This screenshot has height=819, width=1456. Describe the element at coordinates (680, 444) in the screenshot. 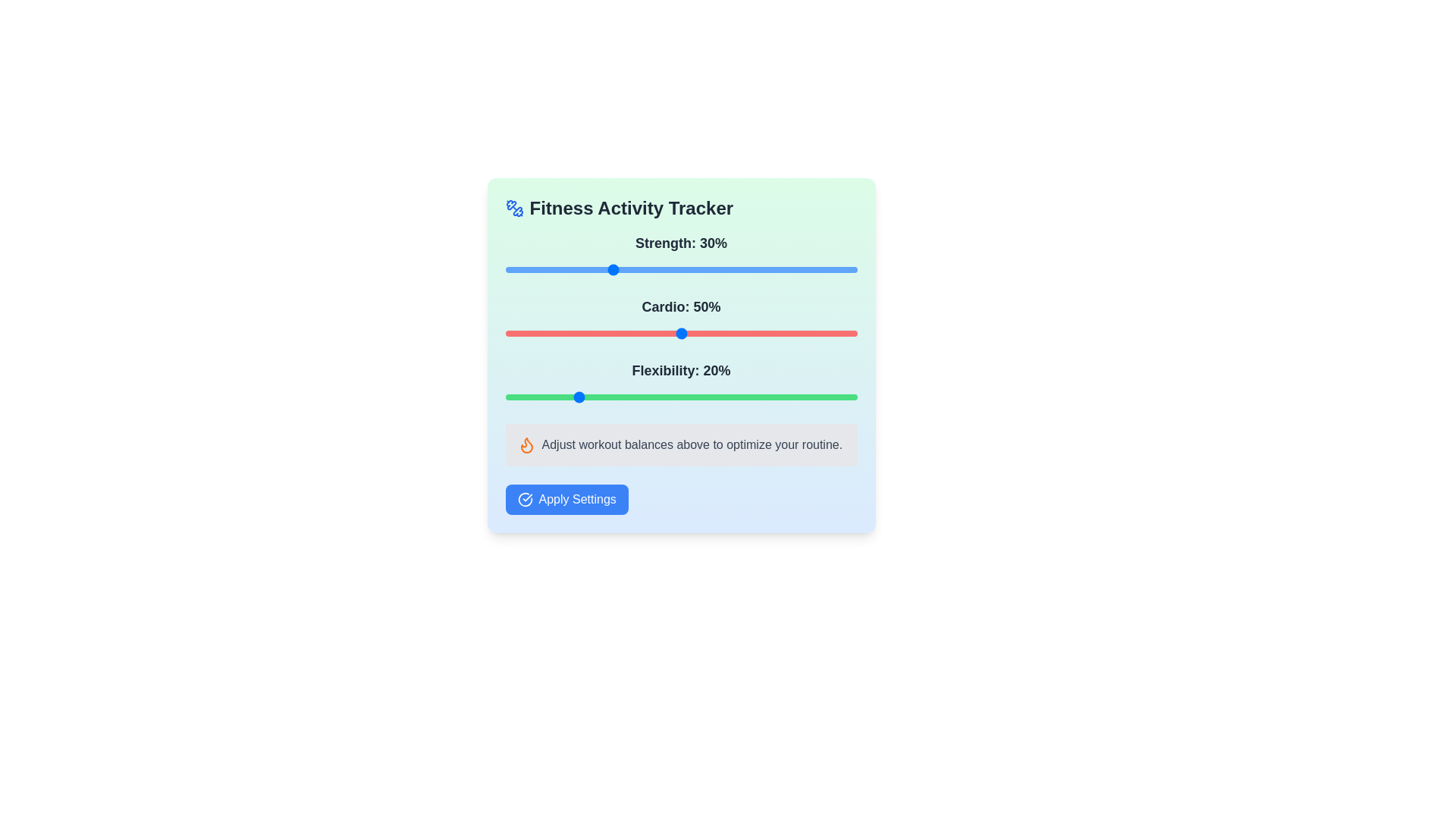

I see `the Instructional Text Component that displays 'Adjust workout balances above to optimize your routine.' with a flame icon on the left, styled in orange, located above the 'Apply Settings' button` at that location.